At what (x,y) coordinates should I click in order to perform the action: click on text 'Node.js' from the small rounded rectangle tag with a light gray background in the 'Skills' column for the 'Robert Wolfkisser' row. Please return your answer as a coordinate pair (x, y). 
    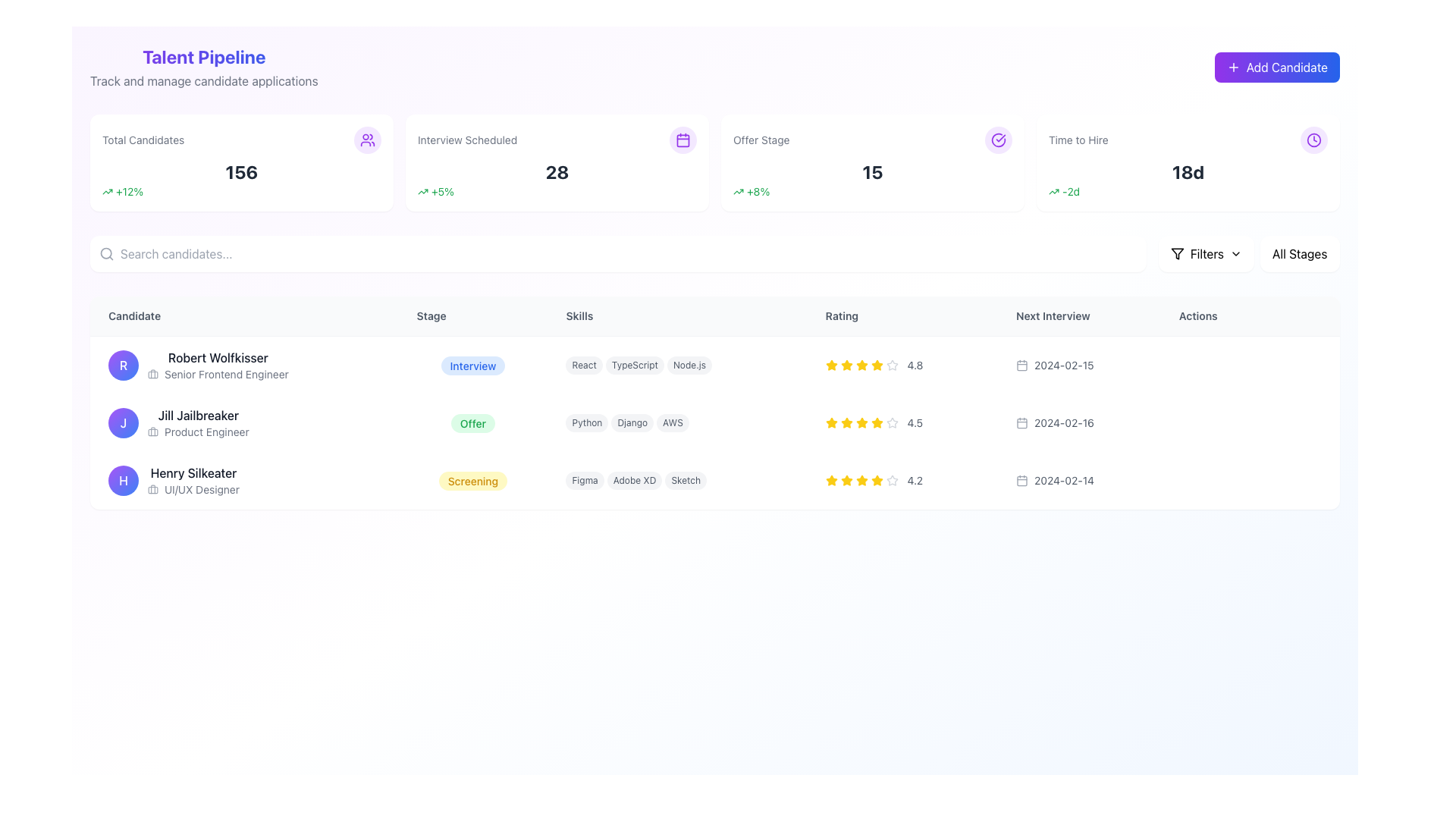
    Looking at the image, I should click on (689, 366).